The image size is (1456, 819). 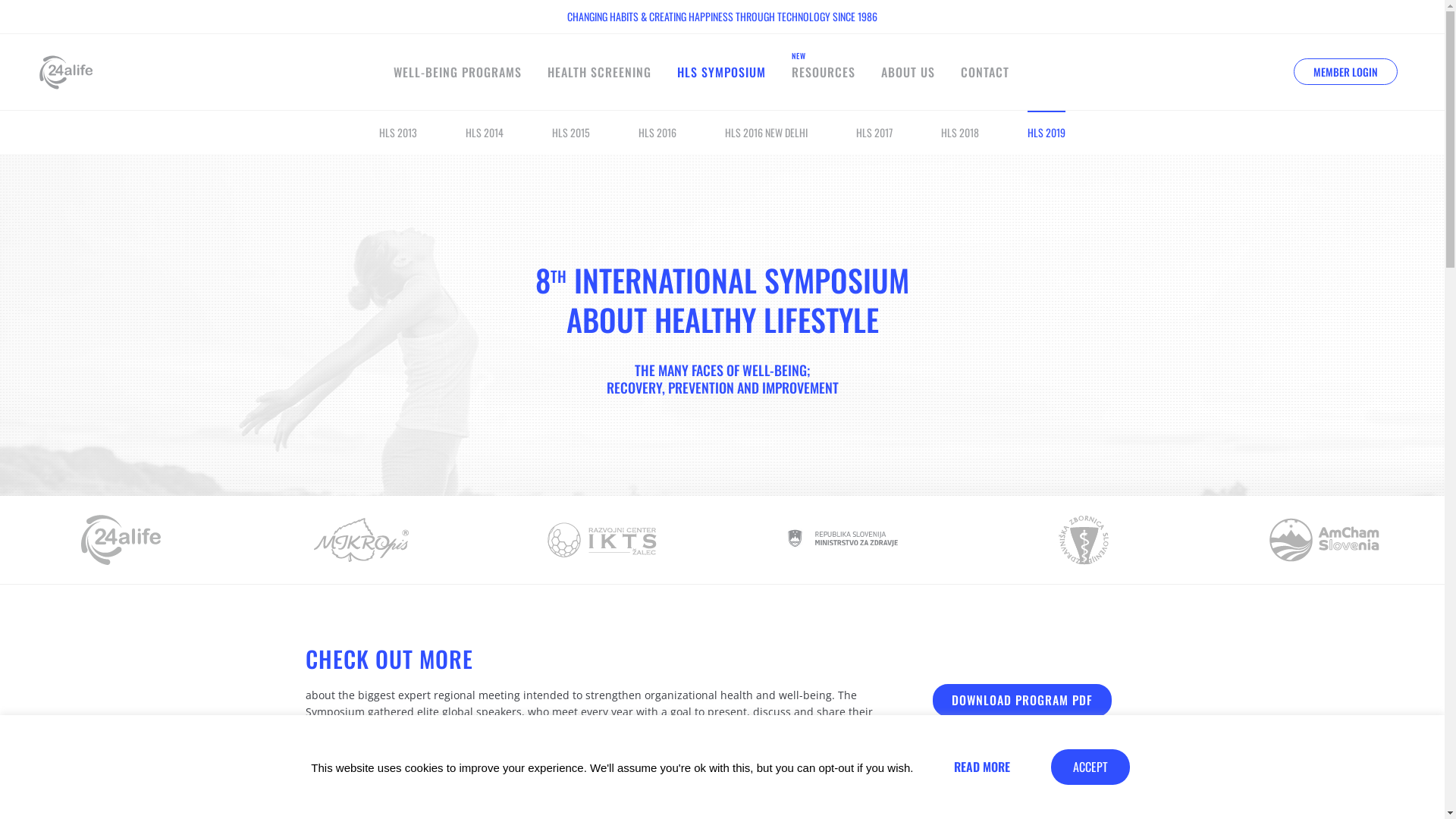 I want to click on 'HEALTH SCREENING', so click(x=598, y=72).